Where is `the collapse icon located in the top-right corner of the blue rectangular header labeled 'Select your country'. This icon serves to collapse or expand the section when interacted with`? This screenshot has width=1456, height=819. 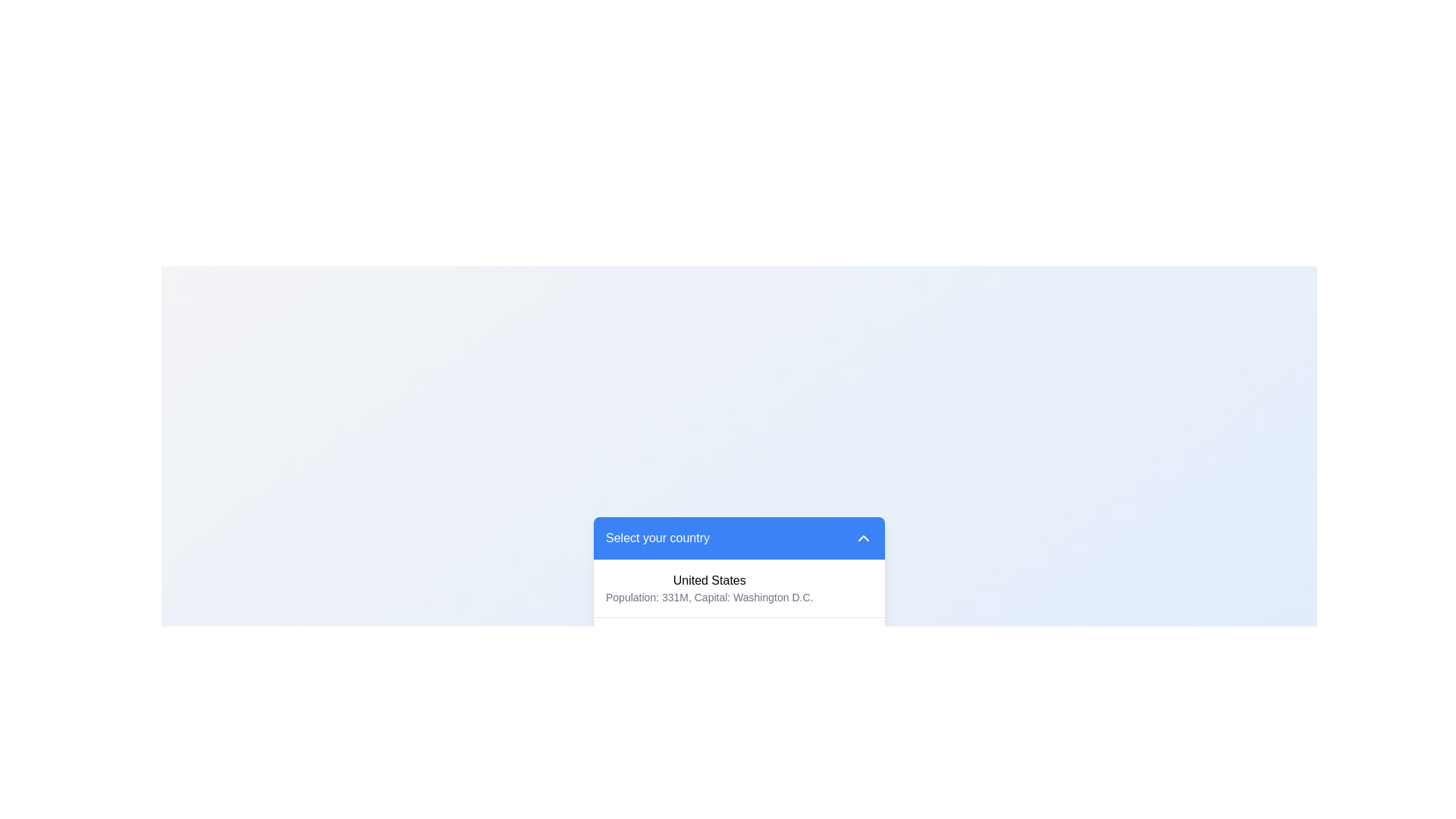
the collapse icon located in the top-right corner of the blue rectangular header labeled 'Select your country'. This icon serves to collapse or expand the section when interacted with is located at coordinates (863, 537).